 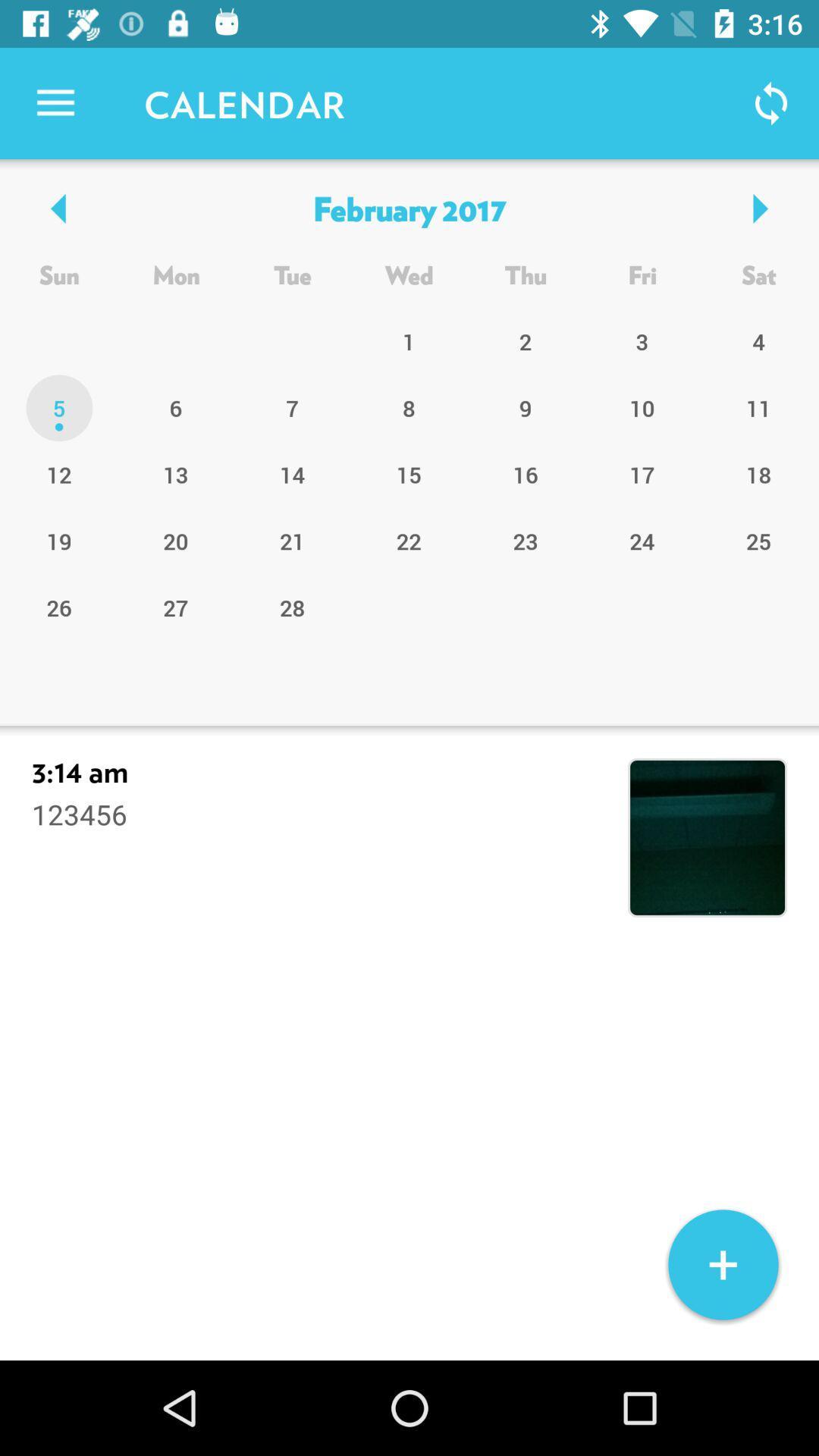 I want to click on icon to the right of the 13, so click(x=292, y=541).